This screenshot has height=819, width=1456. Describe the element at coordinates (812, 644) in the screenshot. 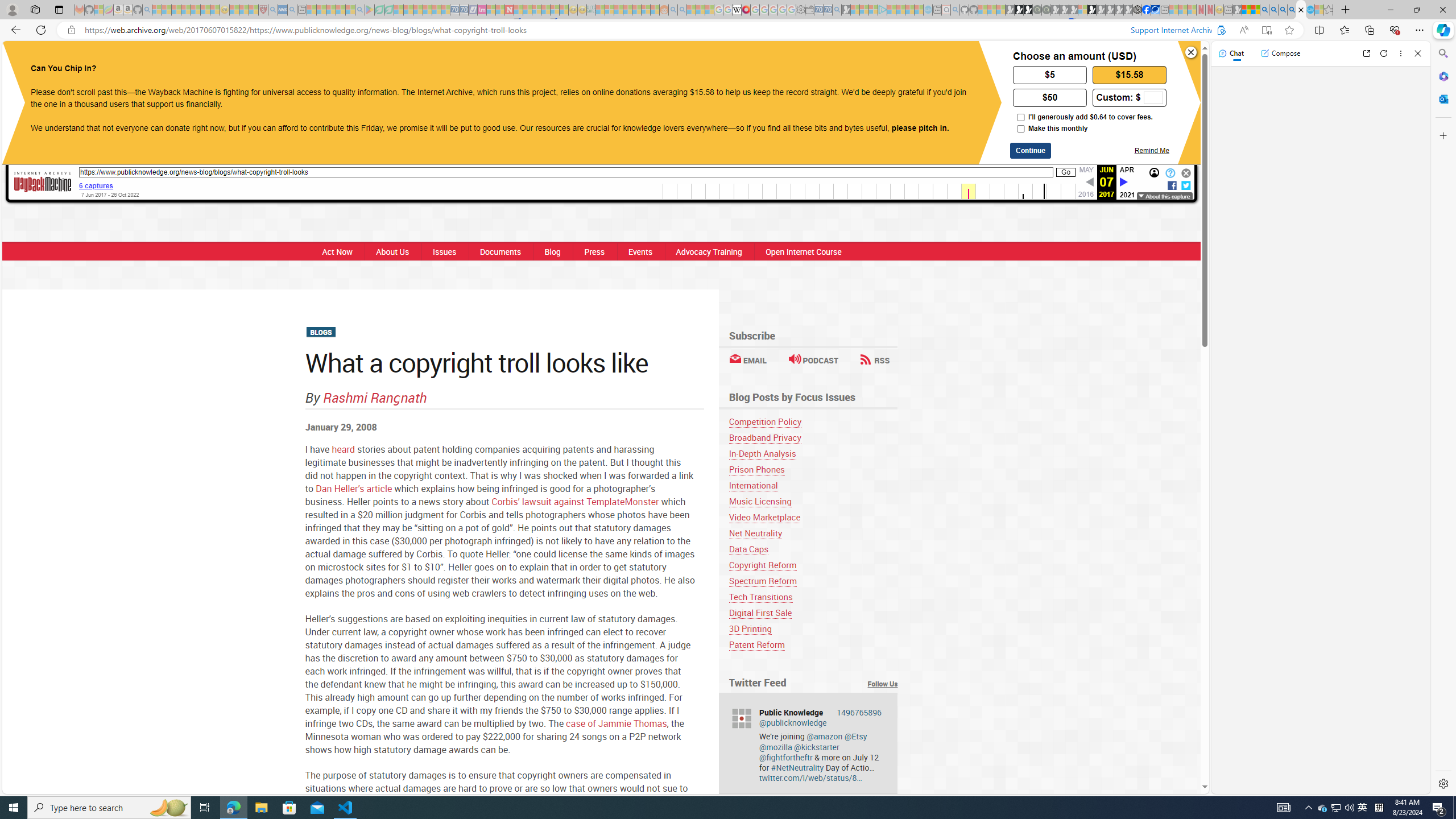

I see `'Patent Reform'` at that location.